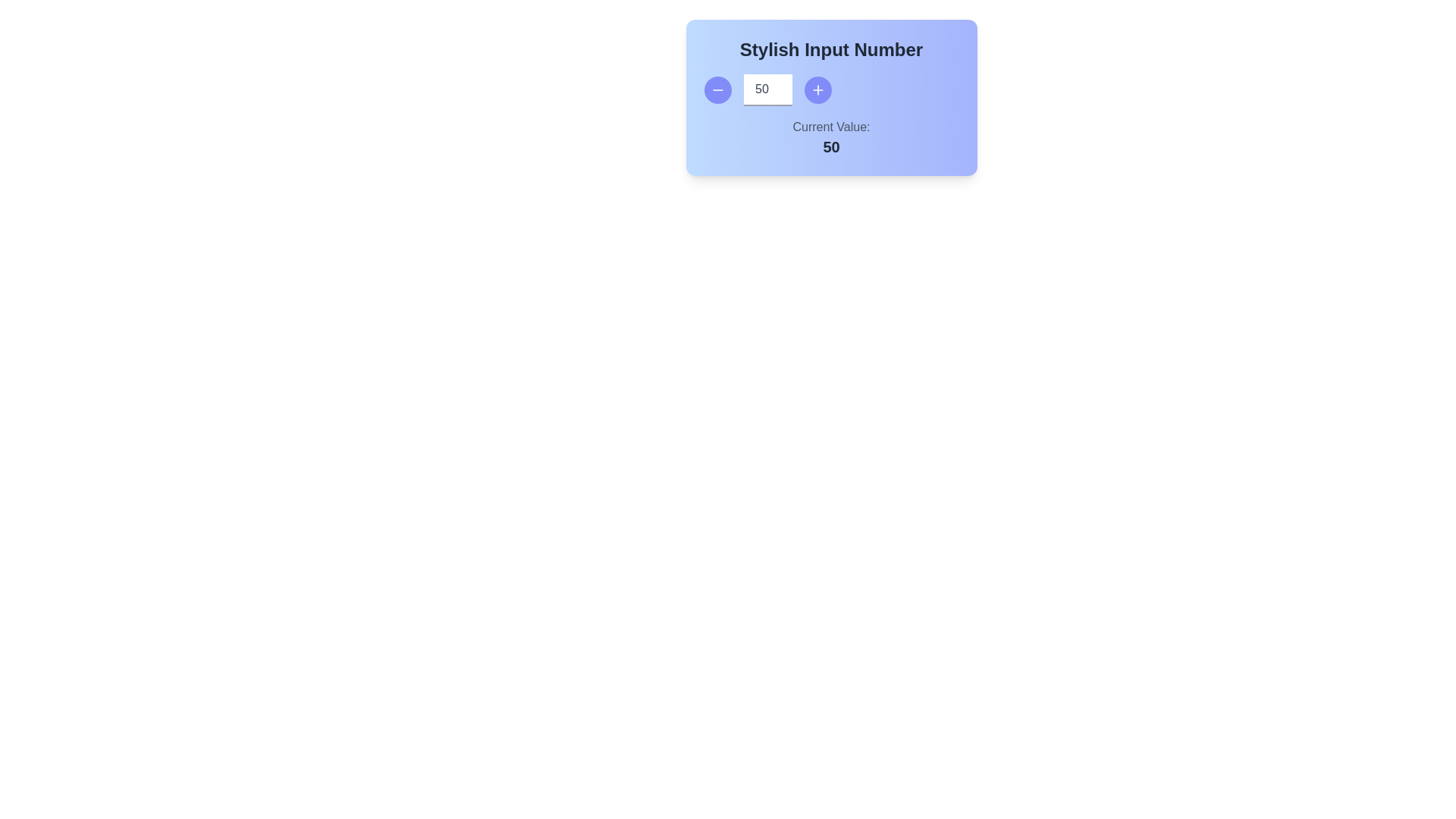  I want to click on the static text label indicating that the number '50' represents the current value, which is located within the 'Stylish Input Number' box, positioned above the numeric value '50', so click(830, 127).